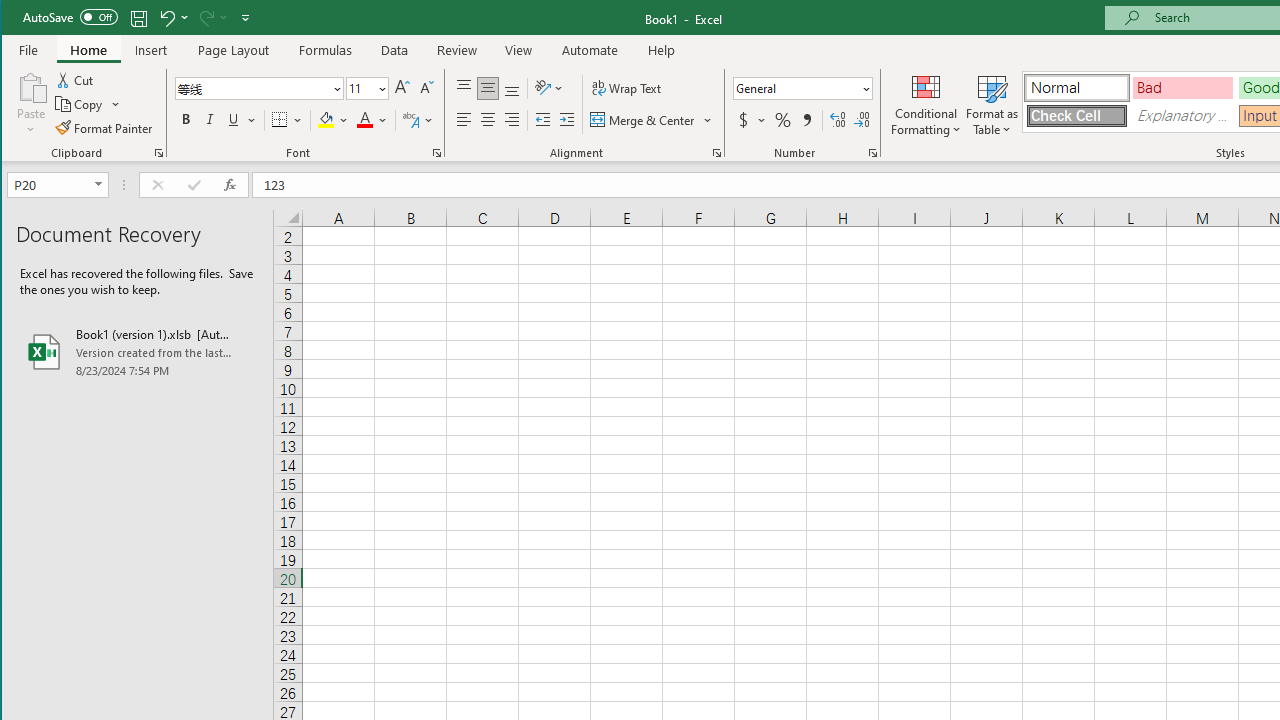 This screenshot has width=1280, height=720. Describe the element at coordinates (688, 102) in the screenshot. I see `'Insert Combo Chart'` at that location.